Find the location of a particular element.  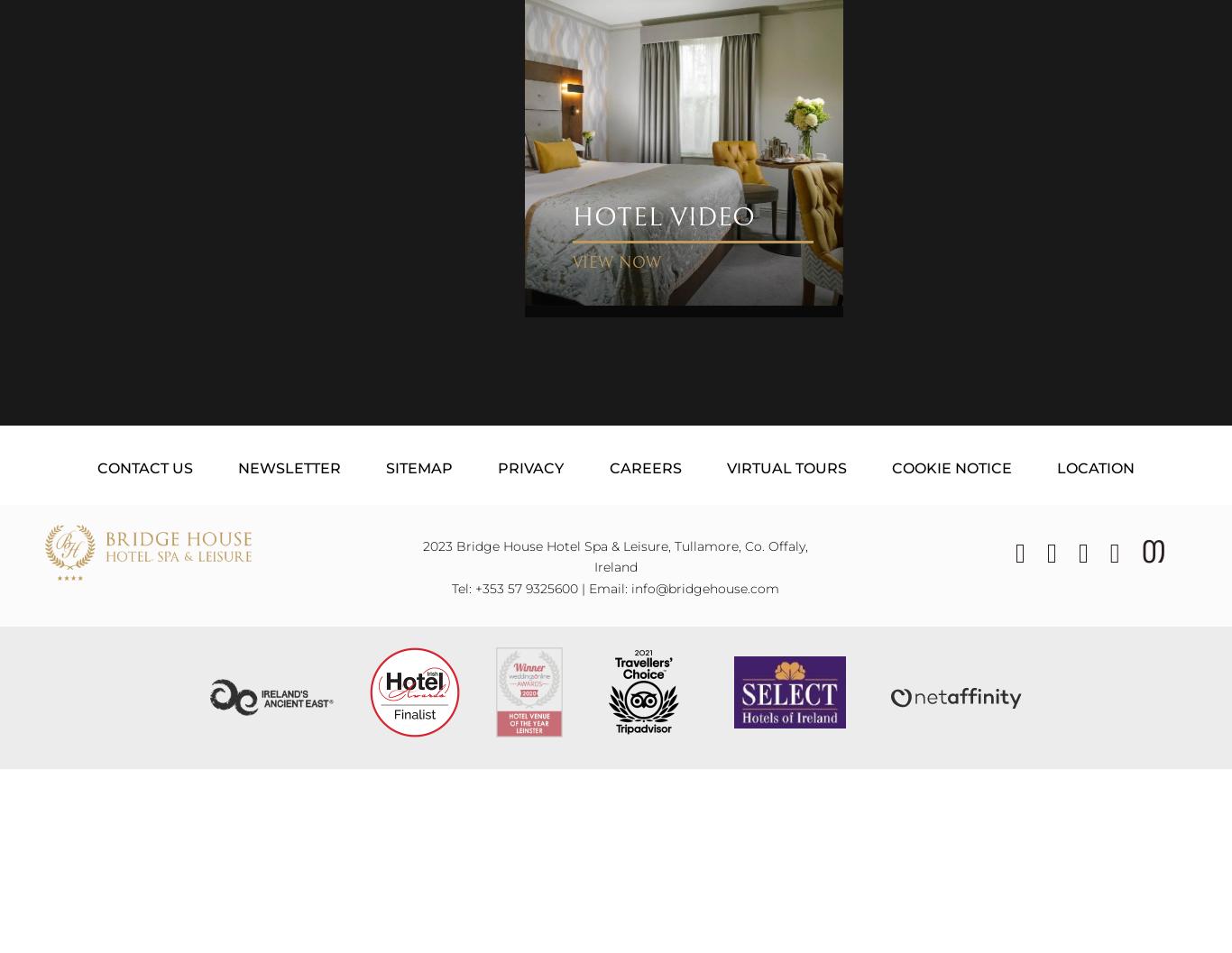

'+353 57 9325600' is located at coordinates (525, 587).